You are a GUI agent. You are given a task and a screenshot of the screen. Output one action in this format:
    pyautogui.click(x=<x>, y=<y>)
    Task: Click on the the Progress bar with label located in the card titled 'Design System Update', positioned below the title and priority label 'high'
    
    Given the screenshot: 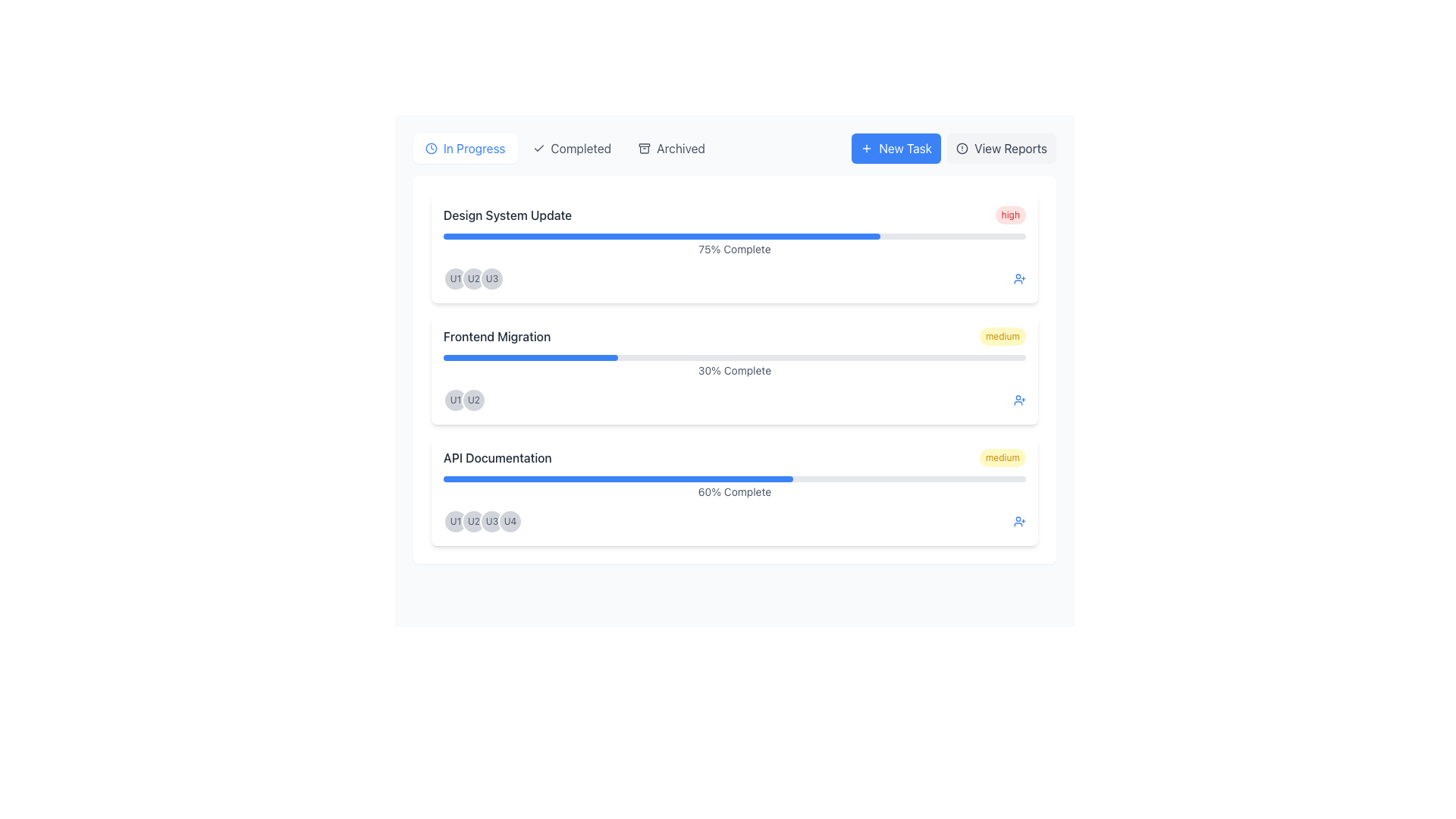 What is the action you would take?
    pyautogui.click(x=735, y=245)
    